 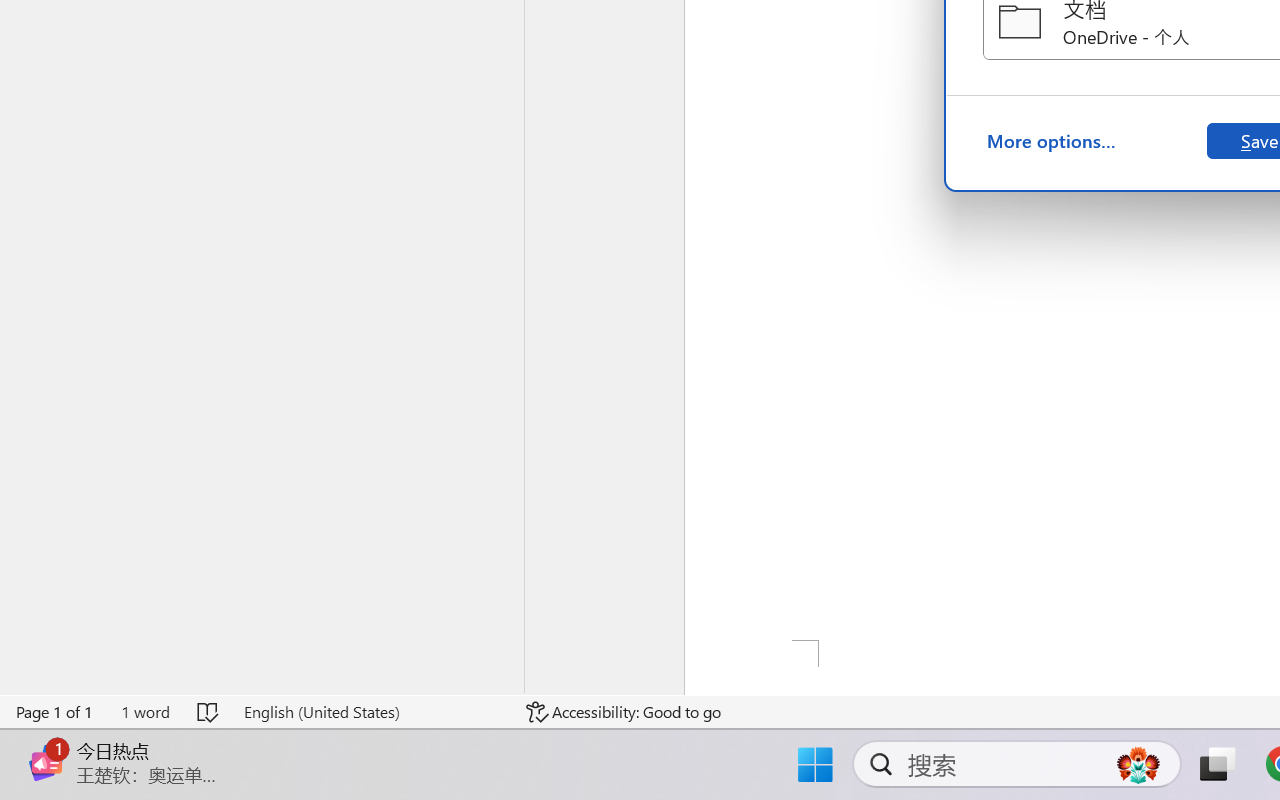 What do you see at coordinates (209, 711) in the screenshot?
I see `'Spelling and Grammar Check No Errors'` at bounding box center [209, 711].